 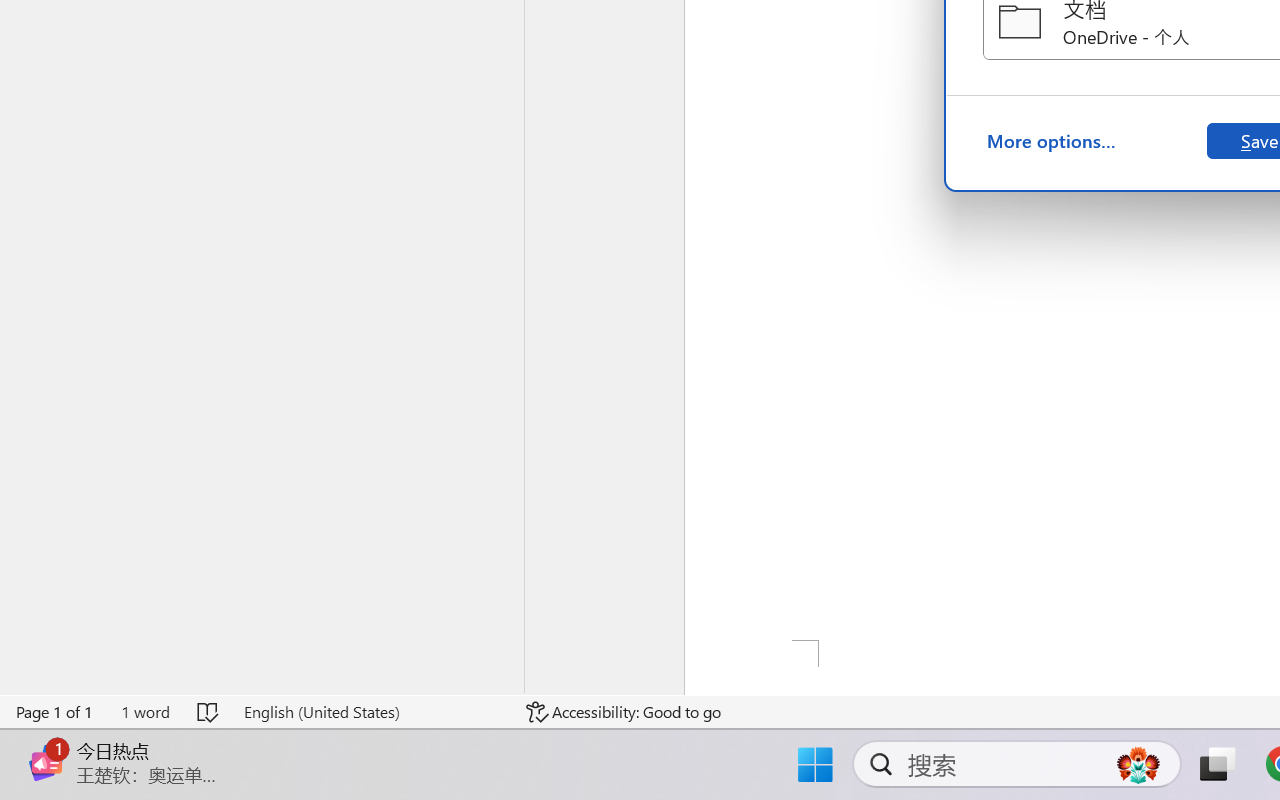 What do you see at coordinates (209, 711) in the screenshot?
I see `'Spelling and Grammar Check No Errors'` at bounding box center [209, 711].